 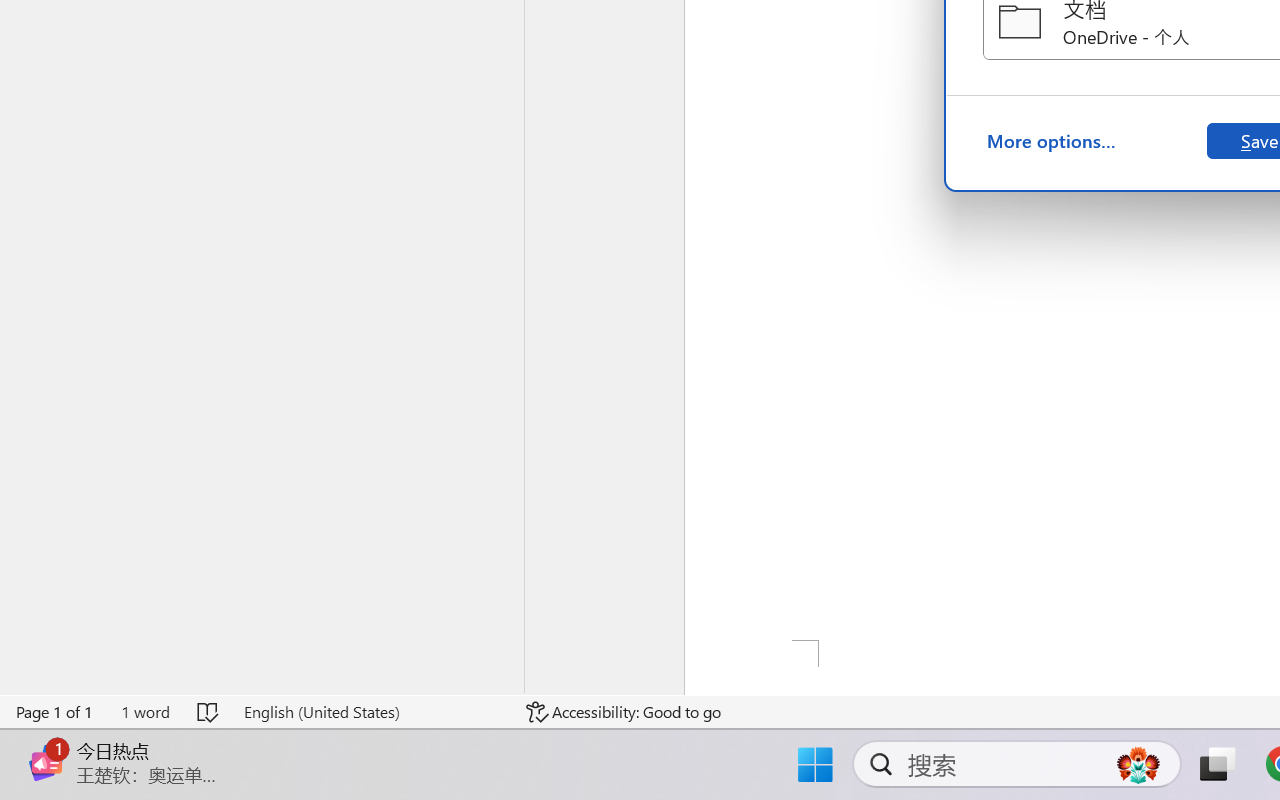 What do you see at coordinates (209, 711) in the screenshot?
I see `'Spelling and Grammar Check No Errors'` at bounding box center [209, 711].